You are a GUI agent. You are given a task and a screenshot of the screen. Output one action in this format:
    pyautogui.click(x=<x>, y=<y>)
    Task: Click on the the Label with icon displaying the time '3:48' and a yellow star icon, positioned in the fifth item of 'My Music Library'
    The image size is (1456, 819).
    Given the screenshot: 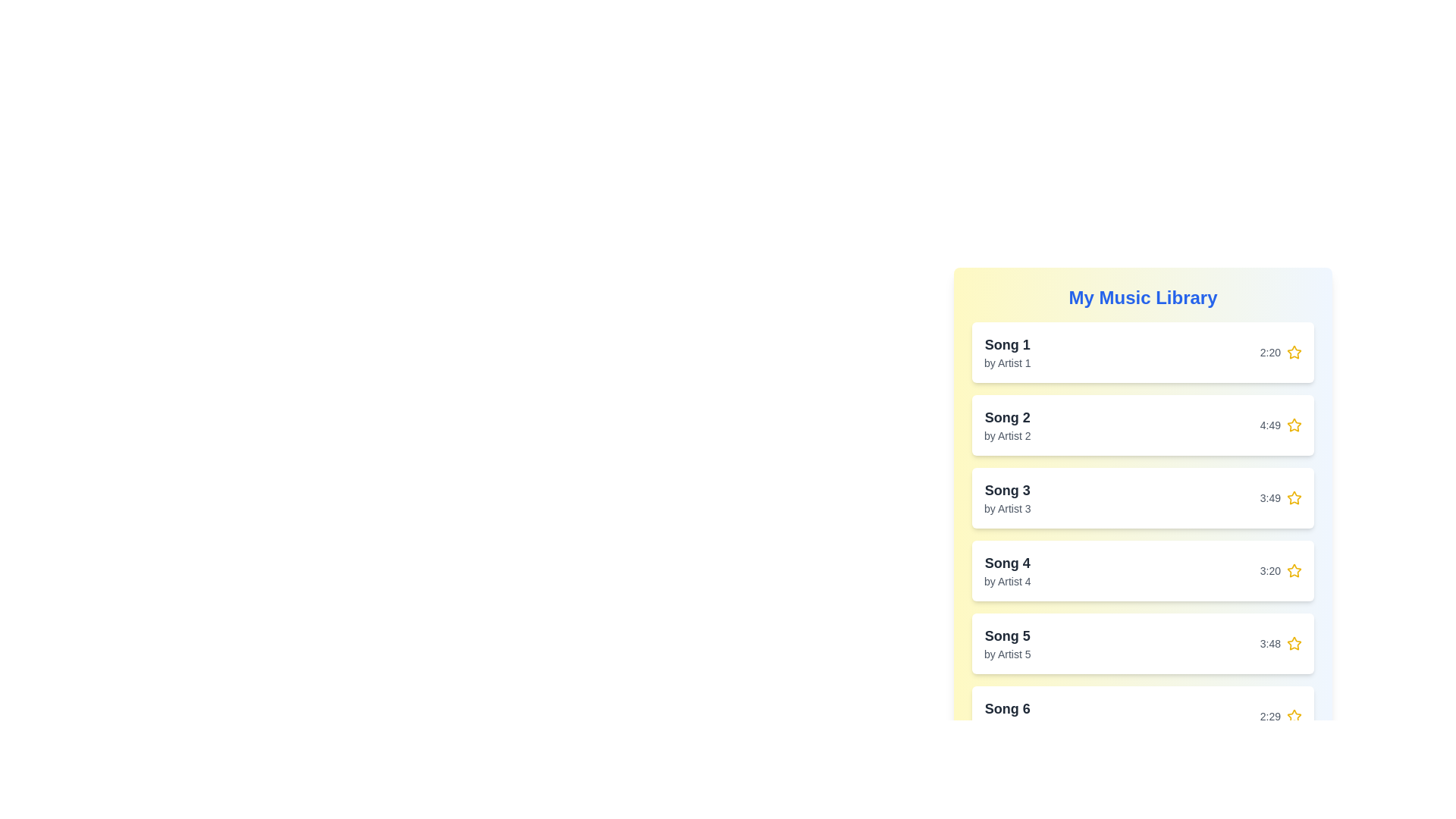 What is the action you would take?
    pyautogui.click(x=1280, y=643)
    